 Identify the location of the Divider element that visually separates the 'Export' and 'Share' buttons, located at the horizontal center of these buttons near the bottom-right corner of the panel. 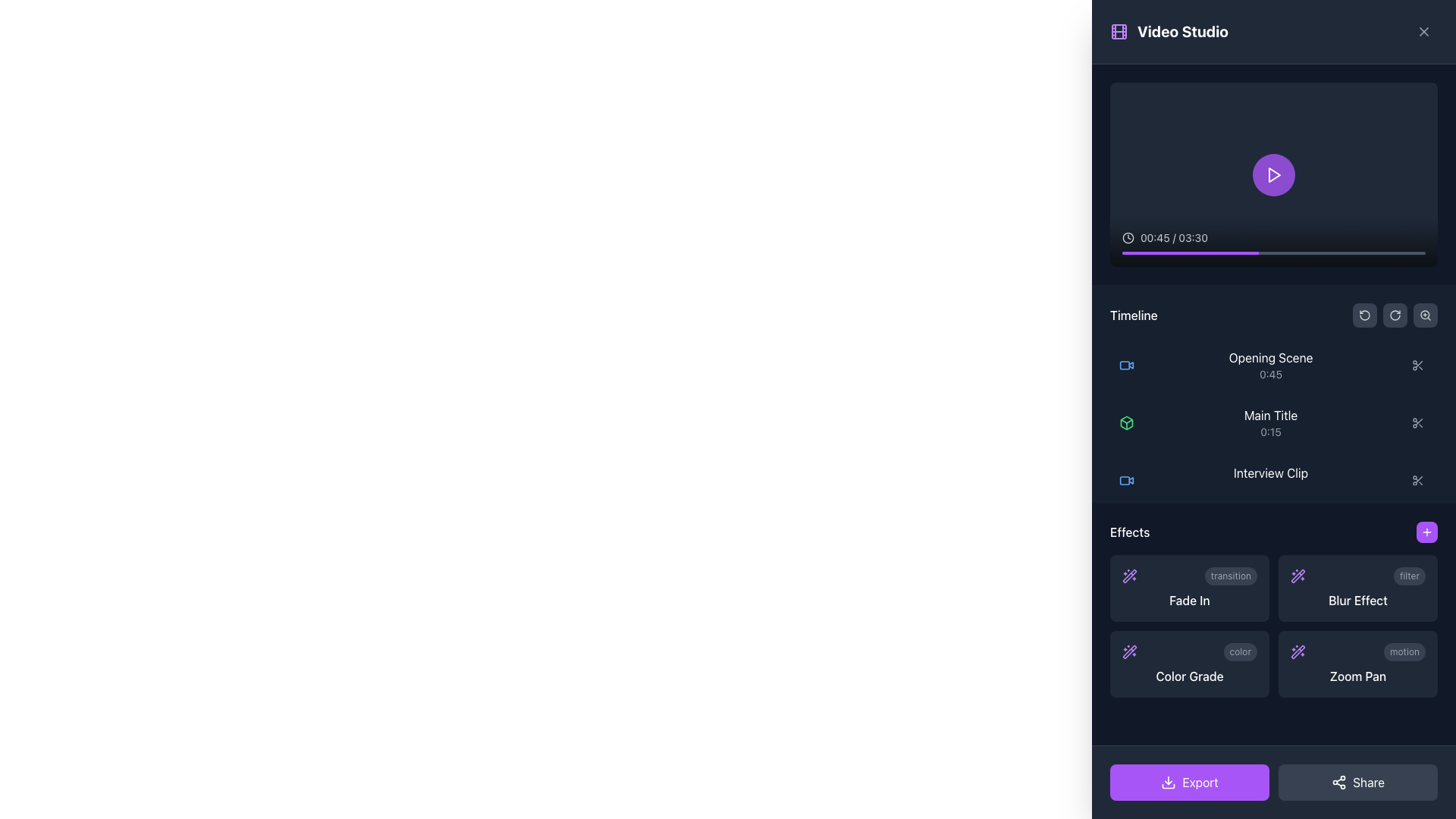
(1274, 783).